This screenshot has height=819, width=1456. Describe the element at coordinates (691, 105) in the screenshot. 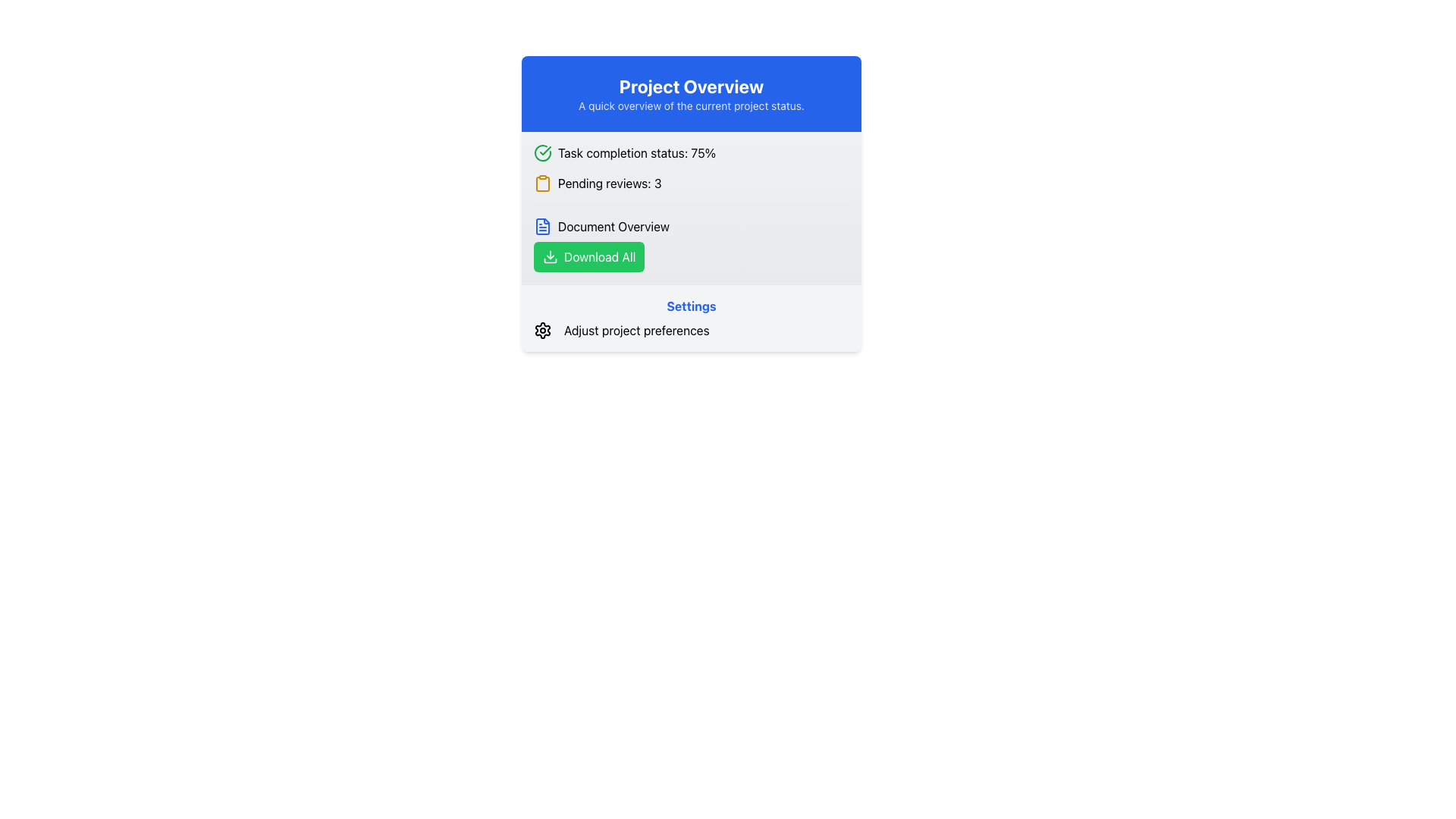

I see `the static text located directly below the 'Project Overview' header, which serves as a descriptive subtitle for the section` at that location.